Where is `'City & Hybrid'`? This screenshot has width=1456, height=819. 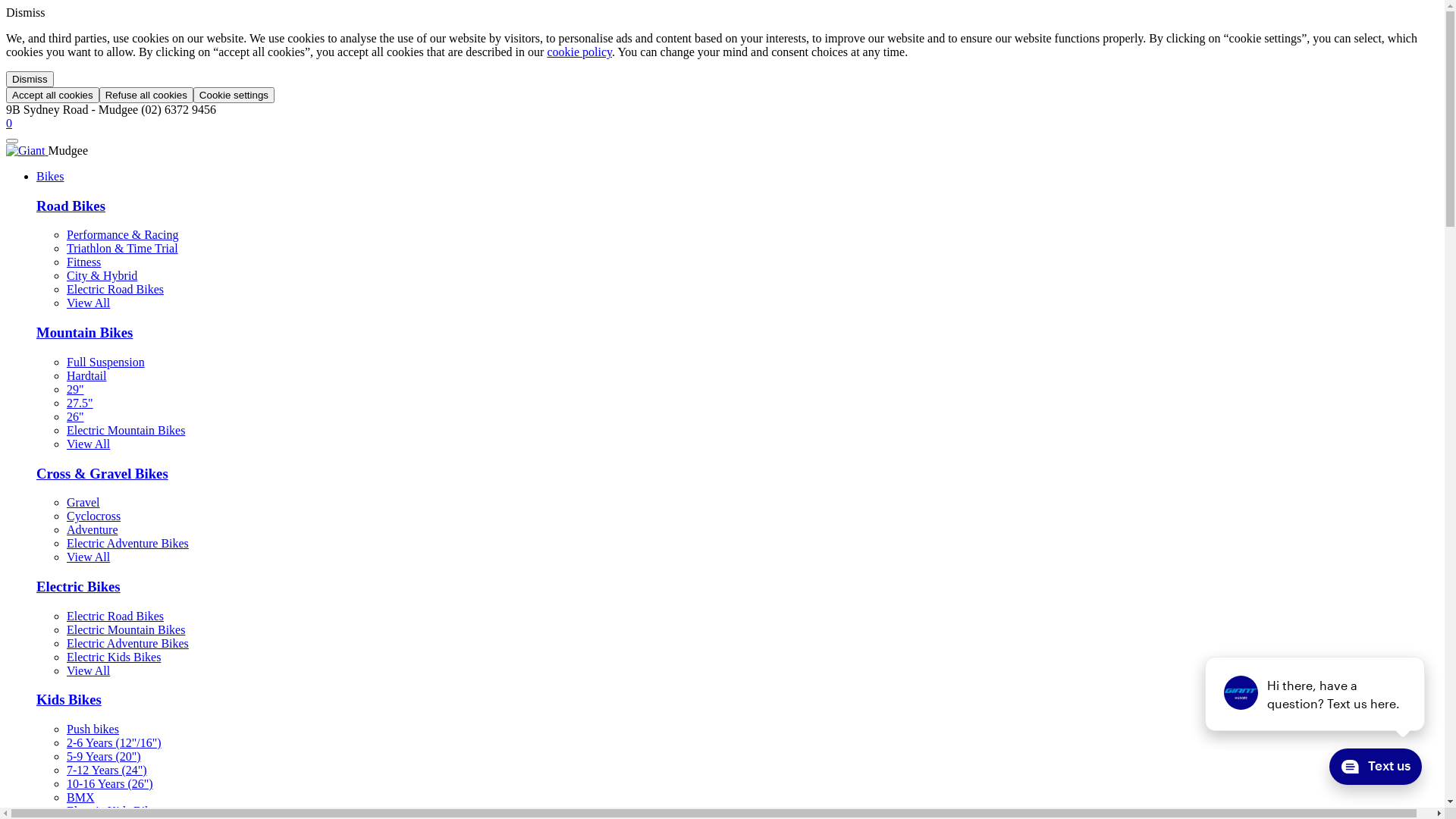
'City & Hybrid' is located at coordinates (101, 275).